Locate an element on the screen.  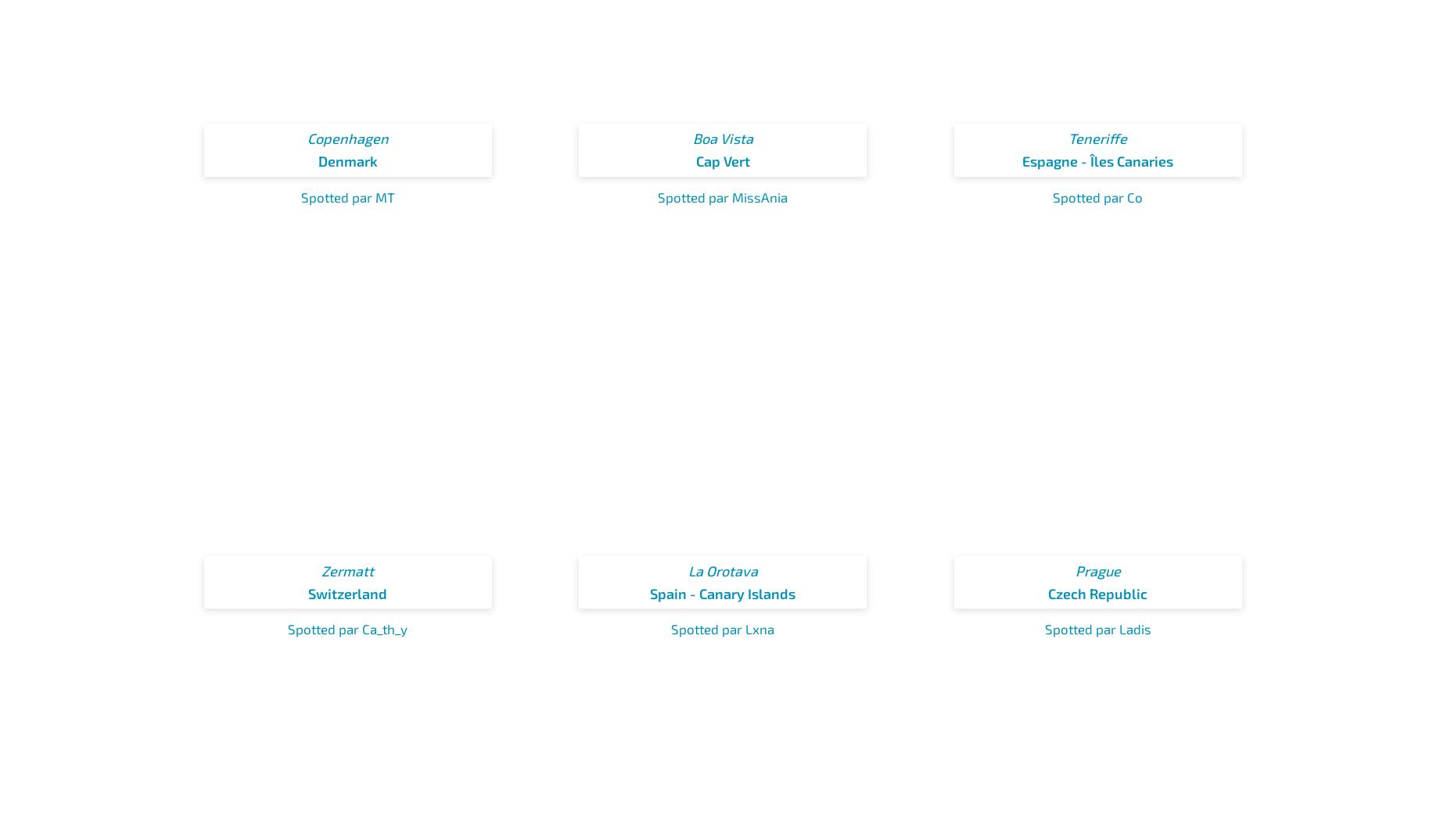
'Spotted par Lxna' is located at coordinates (671, 627).